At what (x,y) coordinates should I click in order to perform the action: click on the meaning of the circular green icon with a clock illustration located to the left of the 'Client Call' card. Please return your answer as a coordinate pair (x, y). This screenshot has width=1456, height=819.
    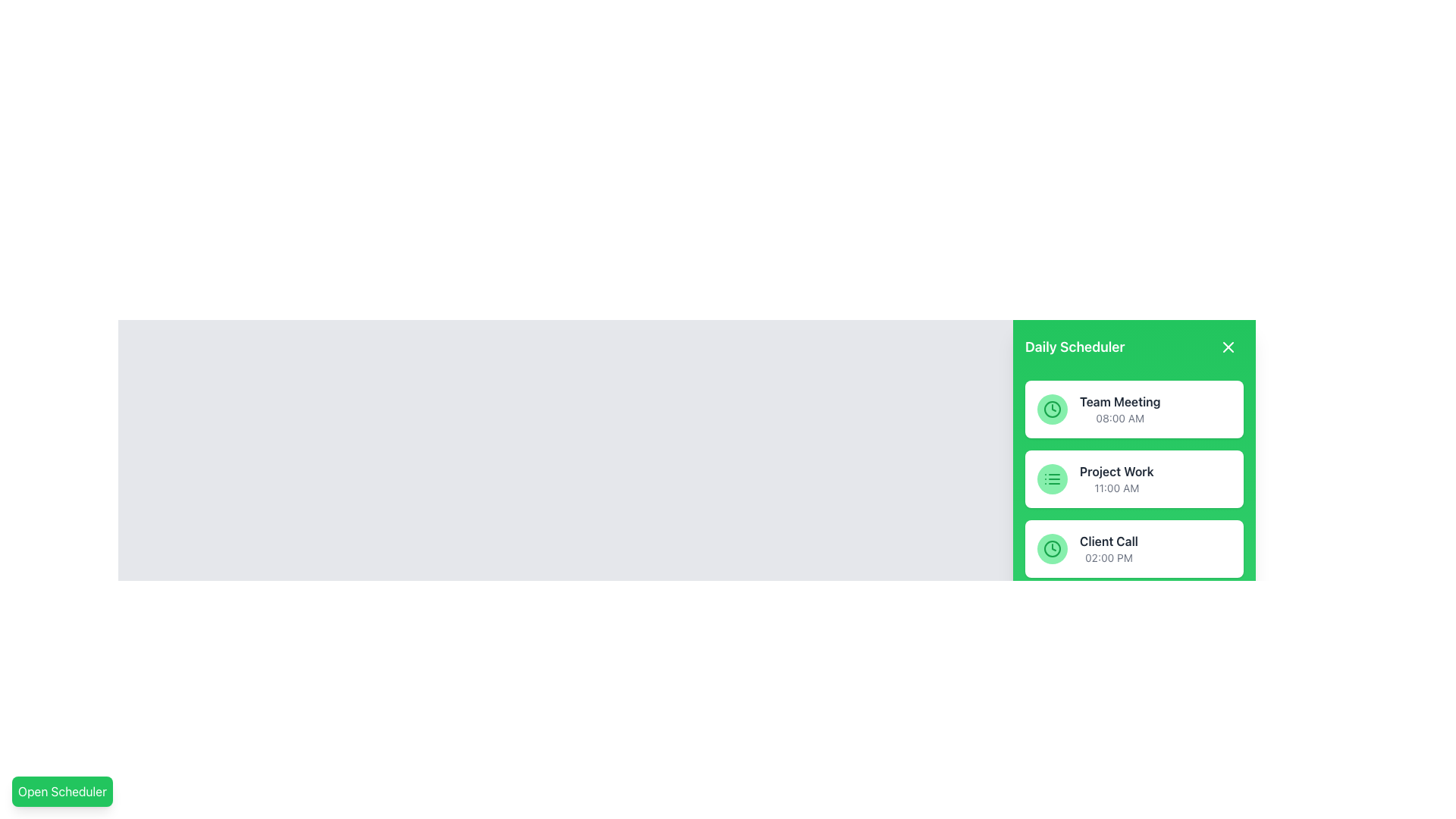
    Looking at the image, I should click on (1051, 549).